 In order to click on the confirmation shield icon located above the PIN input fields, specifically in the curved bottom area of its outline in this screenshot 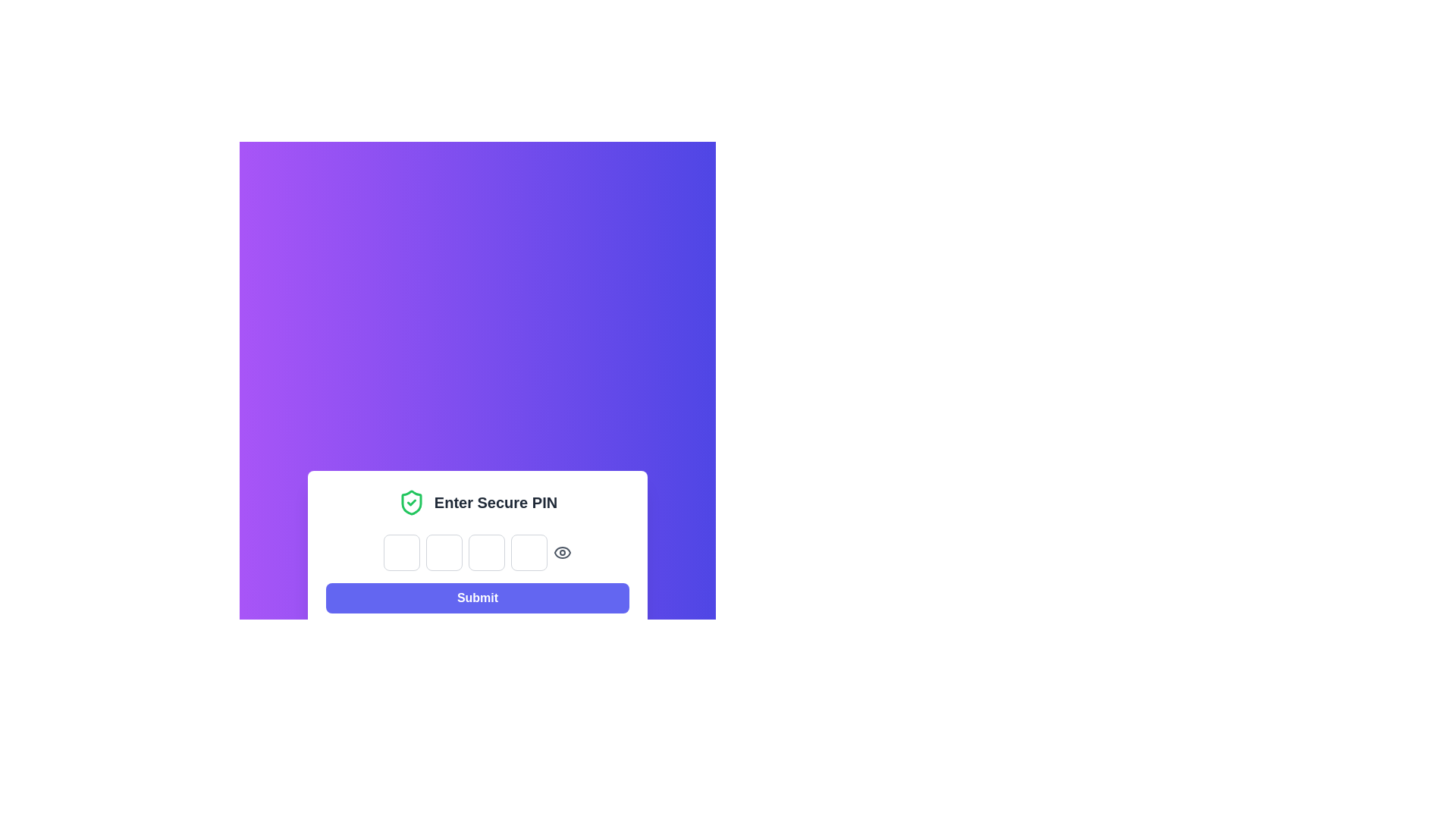, I will do `click(411, 503)`.